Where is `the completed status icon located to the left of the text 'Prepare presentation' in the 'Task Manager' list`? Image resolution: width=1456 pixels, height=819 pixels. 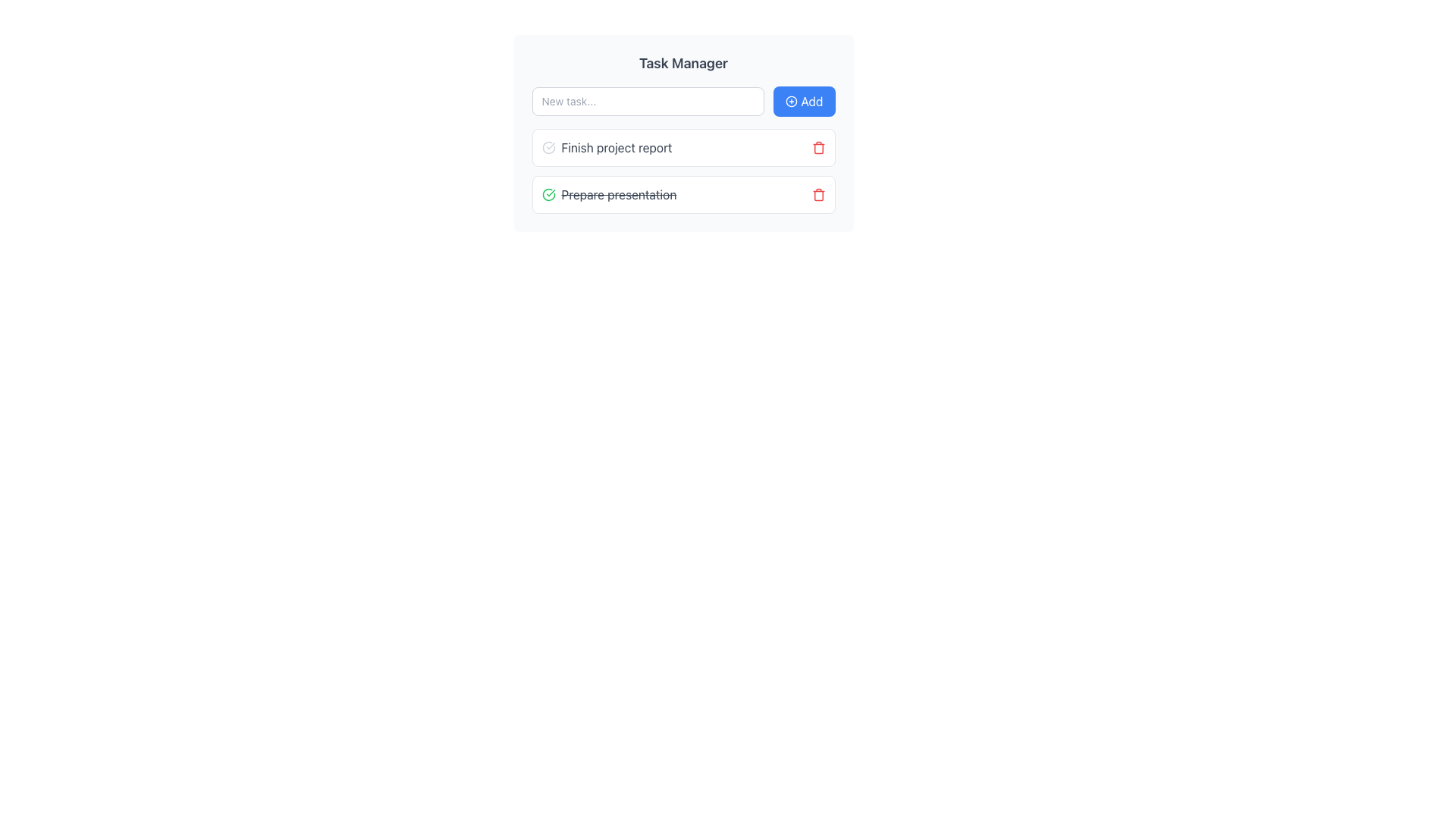 the completed status icon located to the left of the text 'Prepare presentation' in the 'Task Manager' list is located at coordinates (548, 194).